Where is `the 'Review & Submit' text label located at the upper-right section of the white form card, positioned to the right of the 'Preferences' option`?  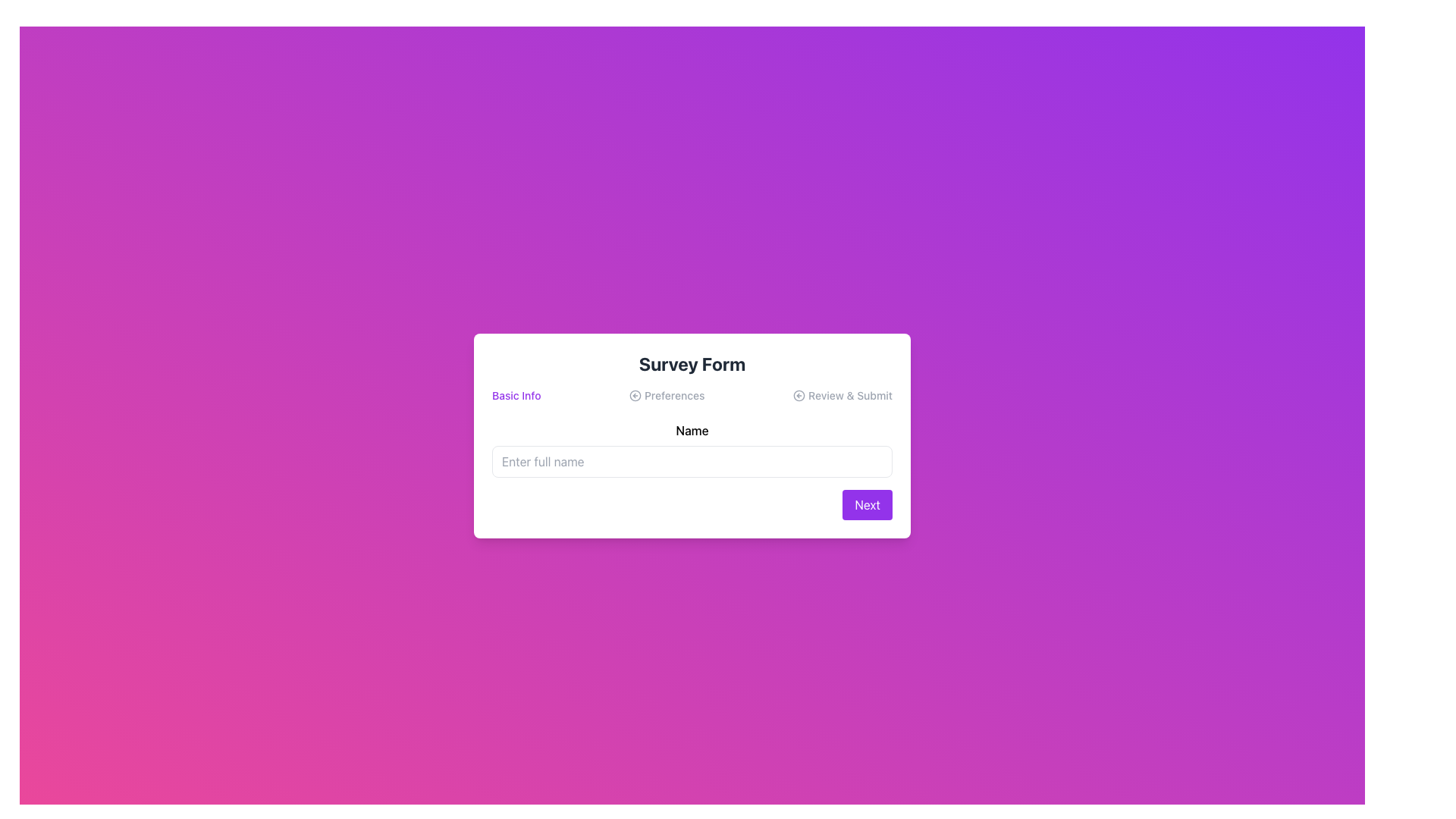 the 'Review & Submit' text label located at the upper-right section of the white form card, positioned to the right of the 'Preferences' option is located at coordinates (842, 394).